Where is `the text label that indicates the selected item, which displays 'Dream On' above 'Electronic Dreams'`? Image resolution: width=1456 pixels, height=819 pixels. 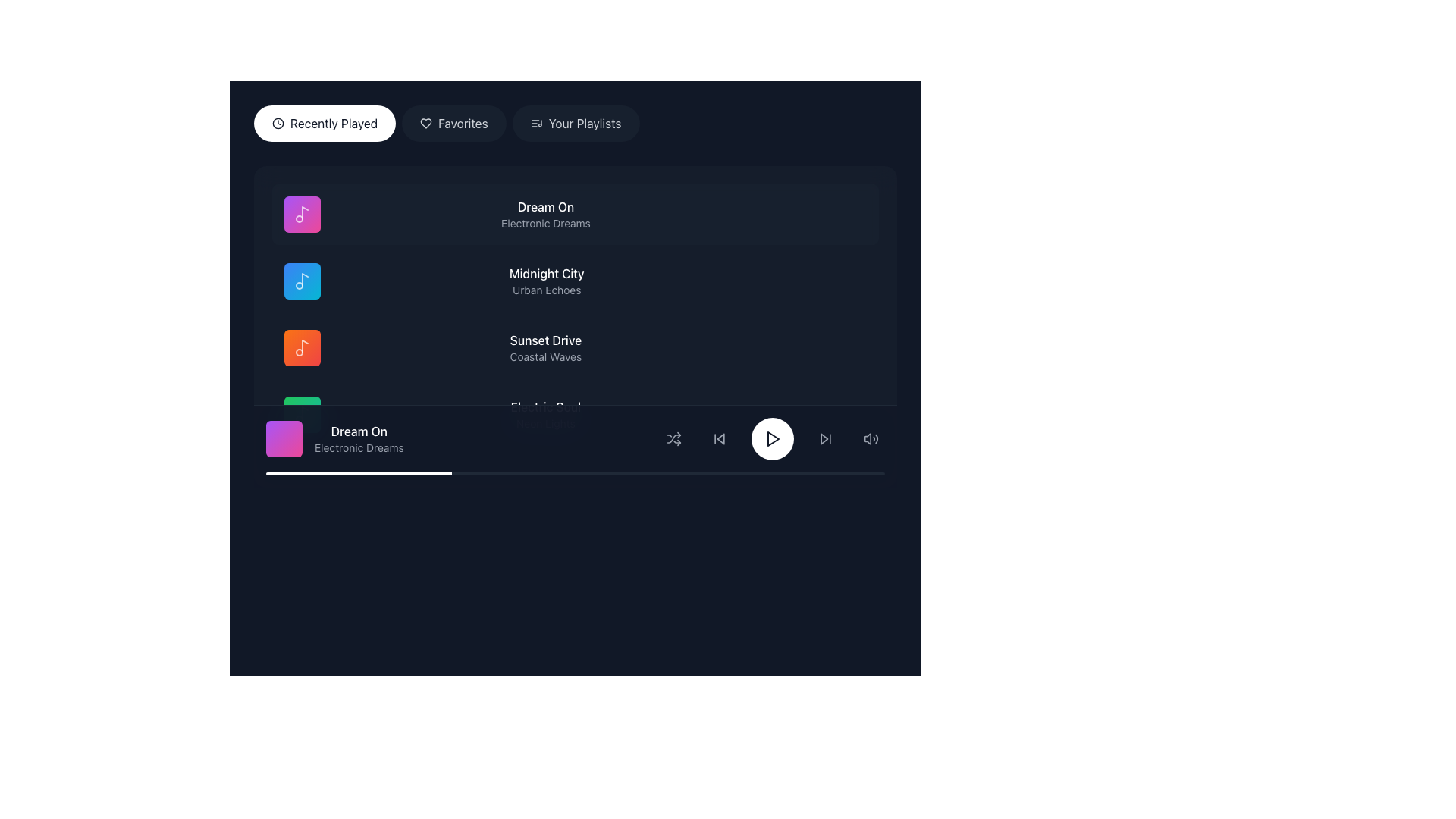
the text label that indicates the selected item, which displays 'Dream On' above 'Electronic Dreams' is located at coordinates (546, 207).